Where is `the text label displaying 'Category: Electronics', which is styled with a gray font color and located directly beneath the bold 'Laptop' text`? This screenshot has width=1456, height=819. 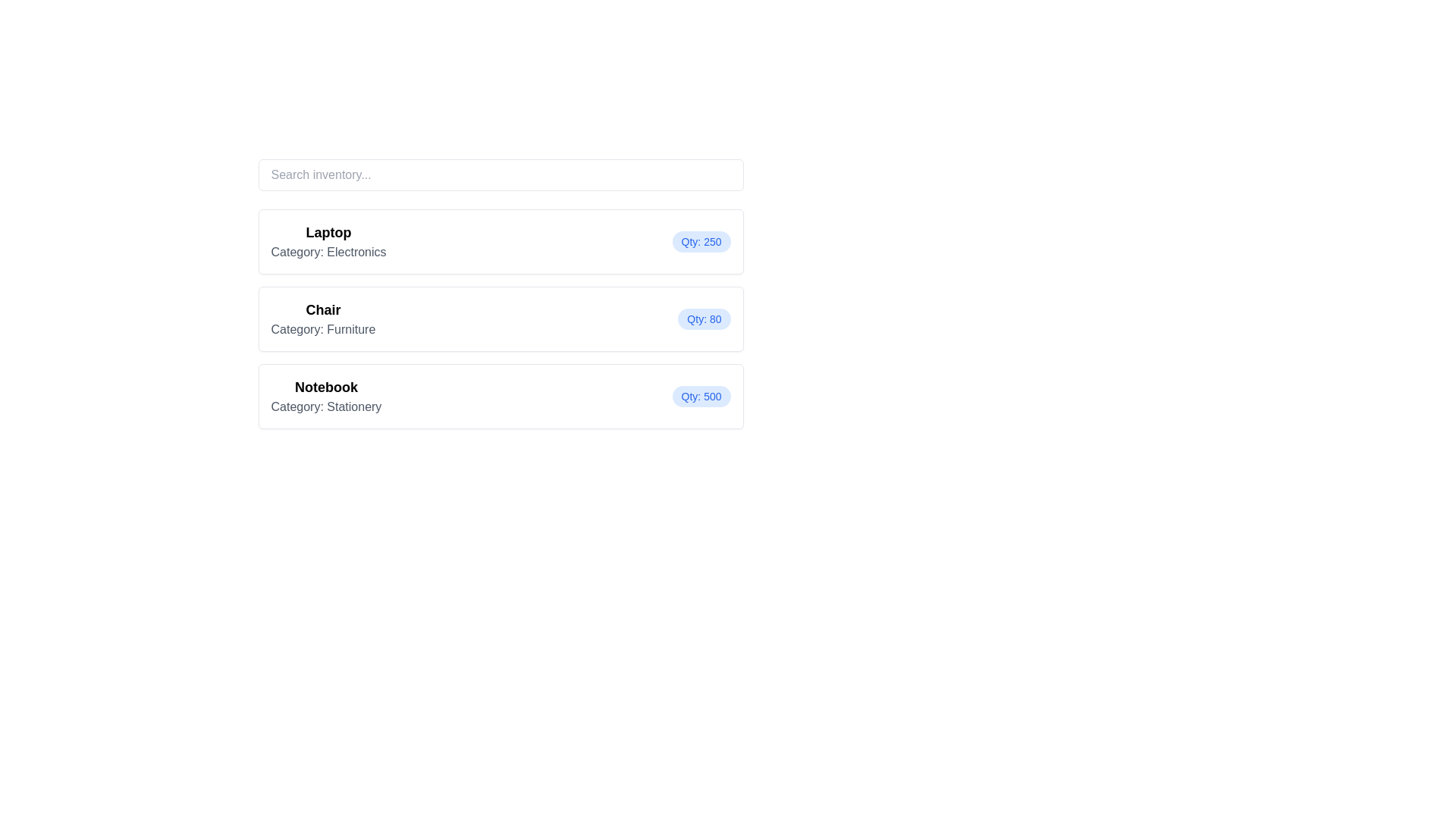
the text label displaying 'Category: Electronics', which is styled with a gray font color and located directly beneath the bold 'Laptop' text is located at coordinates (328, 251).